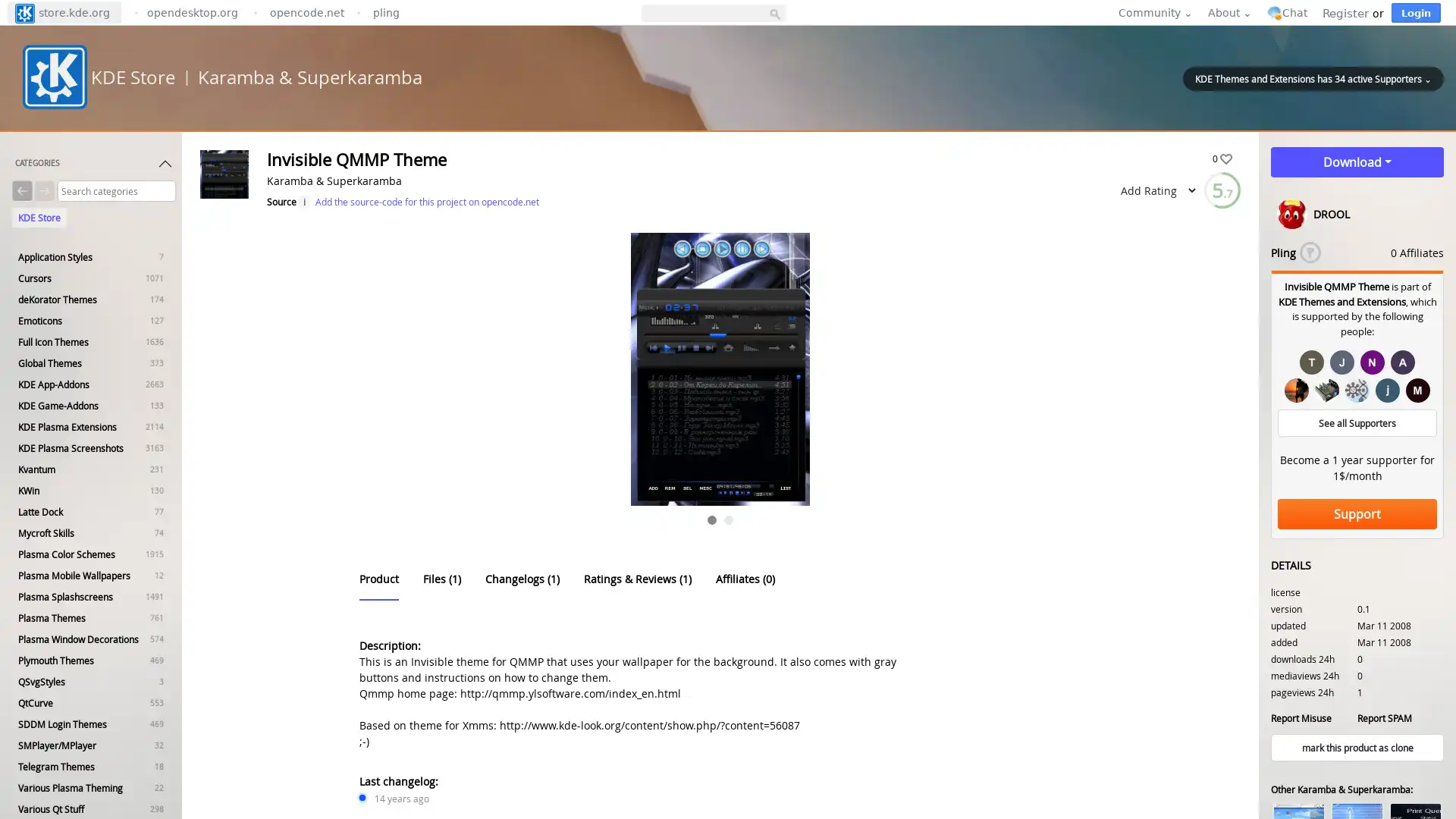  I want to click on Download, so click(1357, 162).